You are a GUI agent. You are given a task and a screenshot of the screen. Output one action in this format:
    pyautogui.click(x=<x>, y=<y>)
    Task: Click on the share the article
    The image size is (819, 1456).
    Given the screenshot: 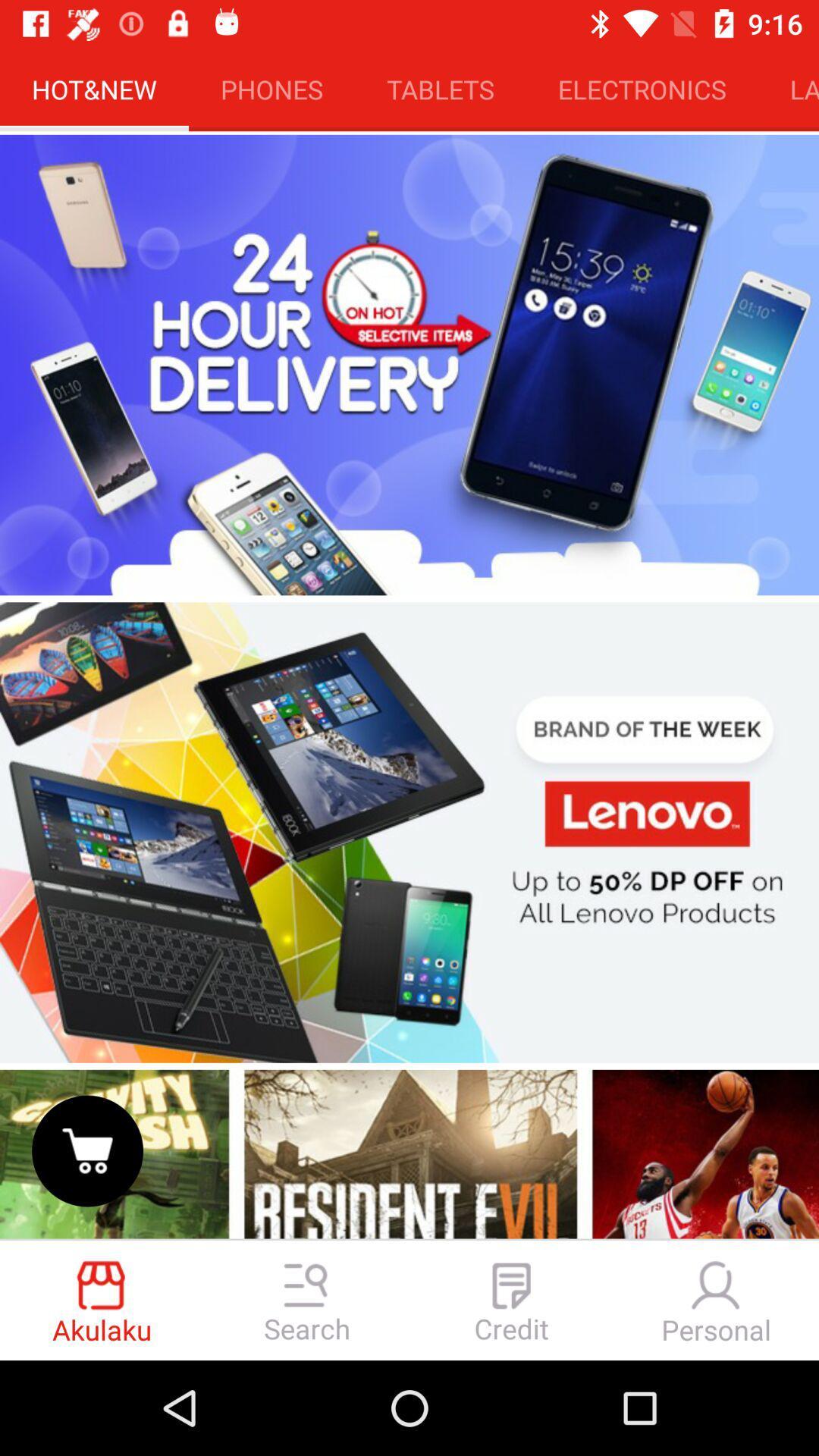 What is the action you would take?
    pyautogui.click(x=409, y=1152)
    